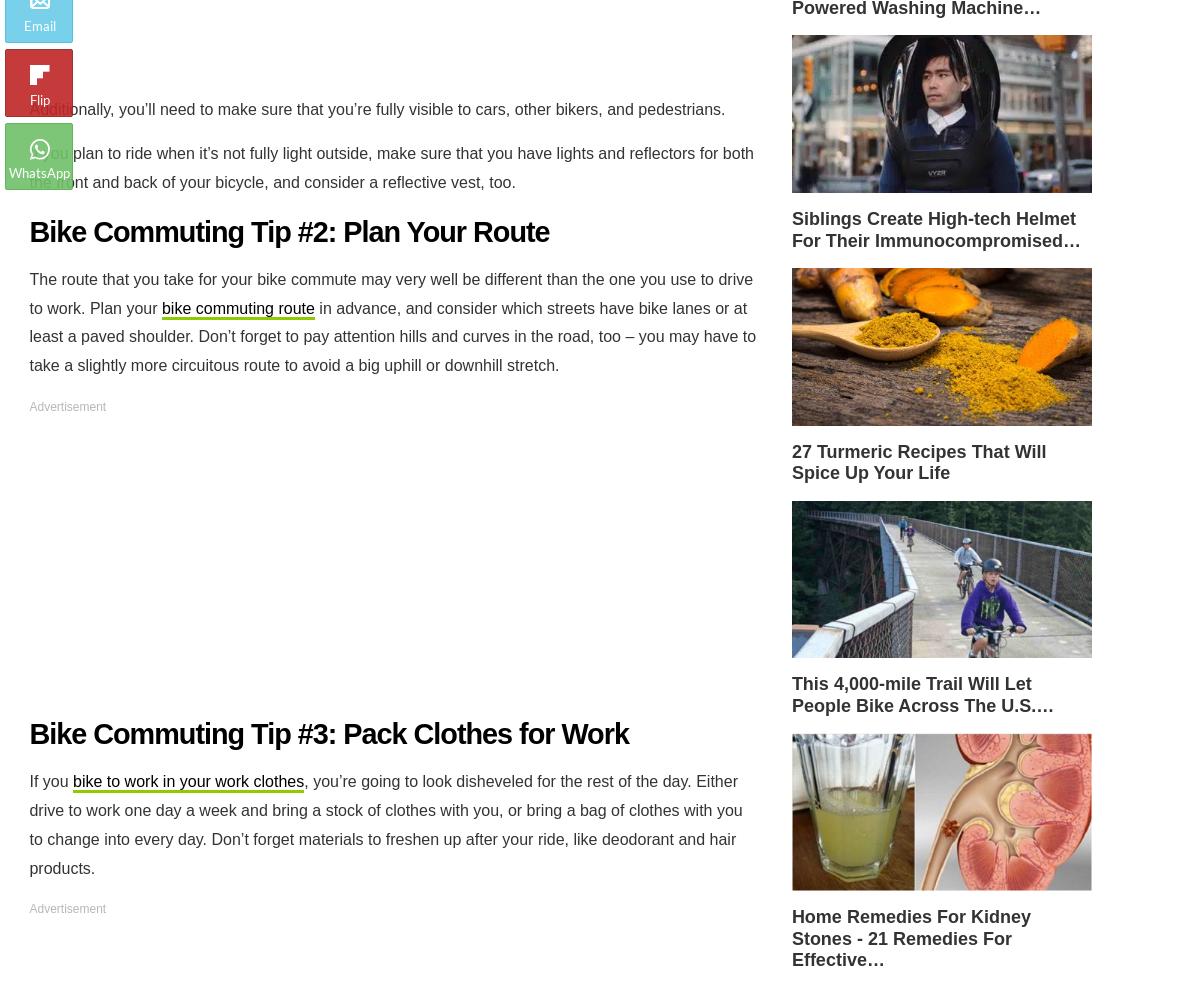  I want to click on 'If you', so click(50, 781).